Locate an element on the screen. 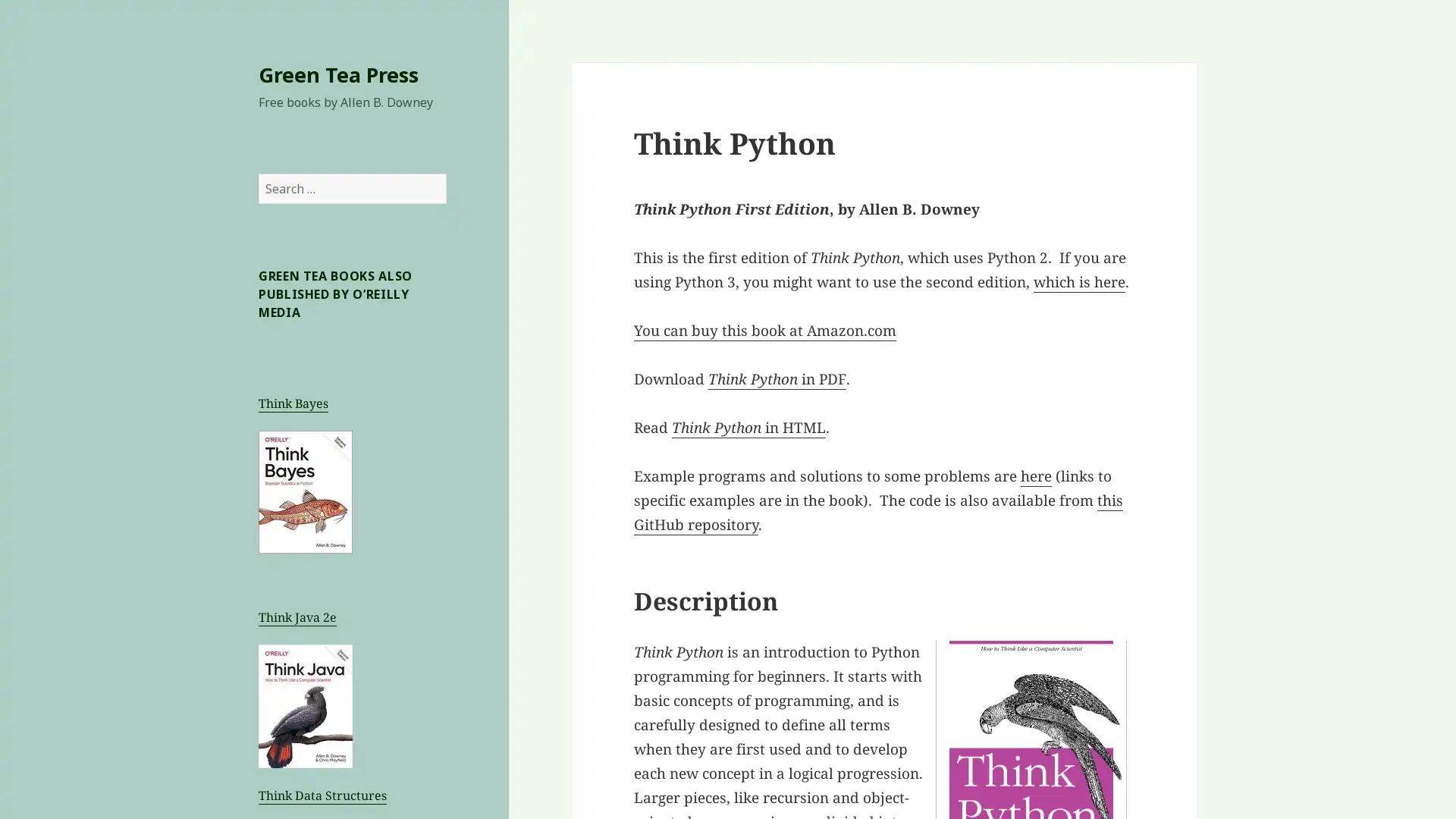 This screenshot has height=819, width=1456. Search is located at coordinates (445, 173).